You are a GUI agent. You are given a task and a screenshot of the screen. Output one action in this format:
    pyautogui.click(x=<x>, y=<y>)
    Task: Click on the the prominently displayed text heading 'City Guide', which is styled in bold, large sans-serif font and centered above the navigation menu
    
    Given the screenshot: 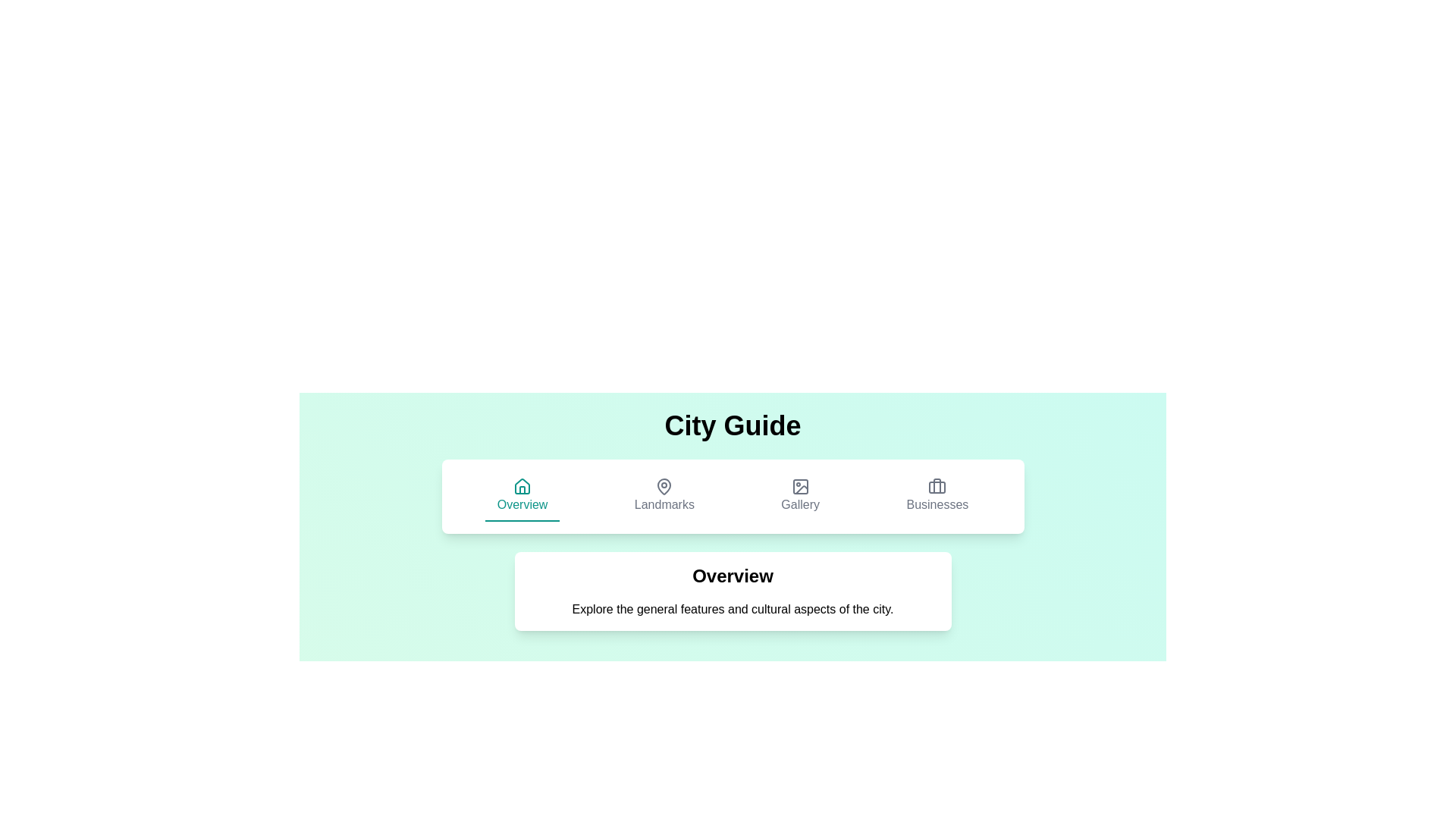 What is the action you would take?
    pyautogui.click(x=733, y=426)
    